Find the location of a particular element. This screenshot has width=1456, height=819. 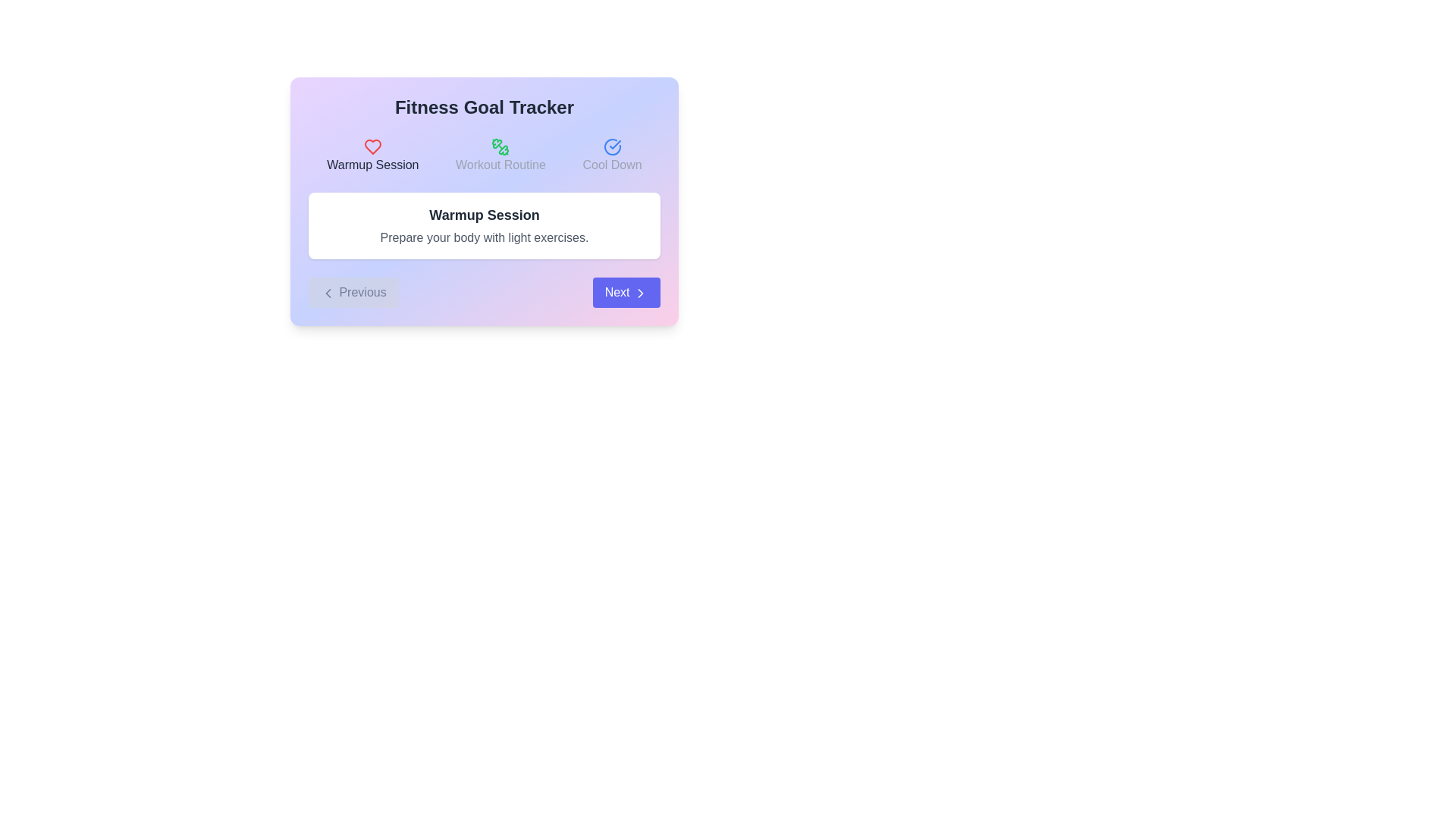

the 'Workout Routine' text label with a decorative icon is located at coordinates (500, 155).